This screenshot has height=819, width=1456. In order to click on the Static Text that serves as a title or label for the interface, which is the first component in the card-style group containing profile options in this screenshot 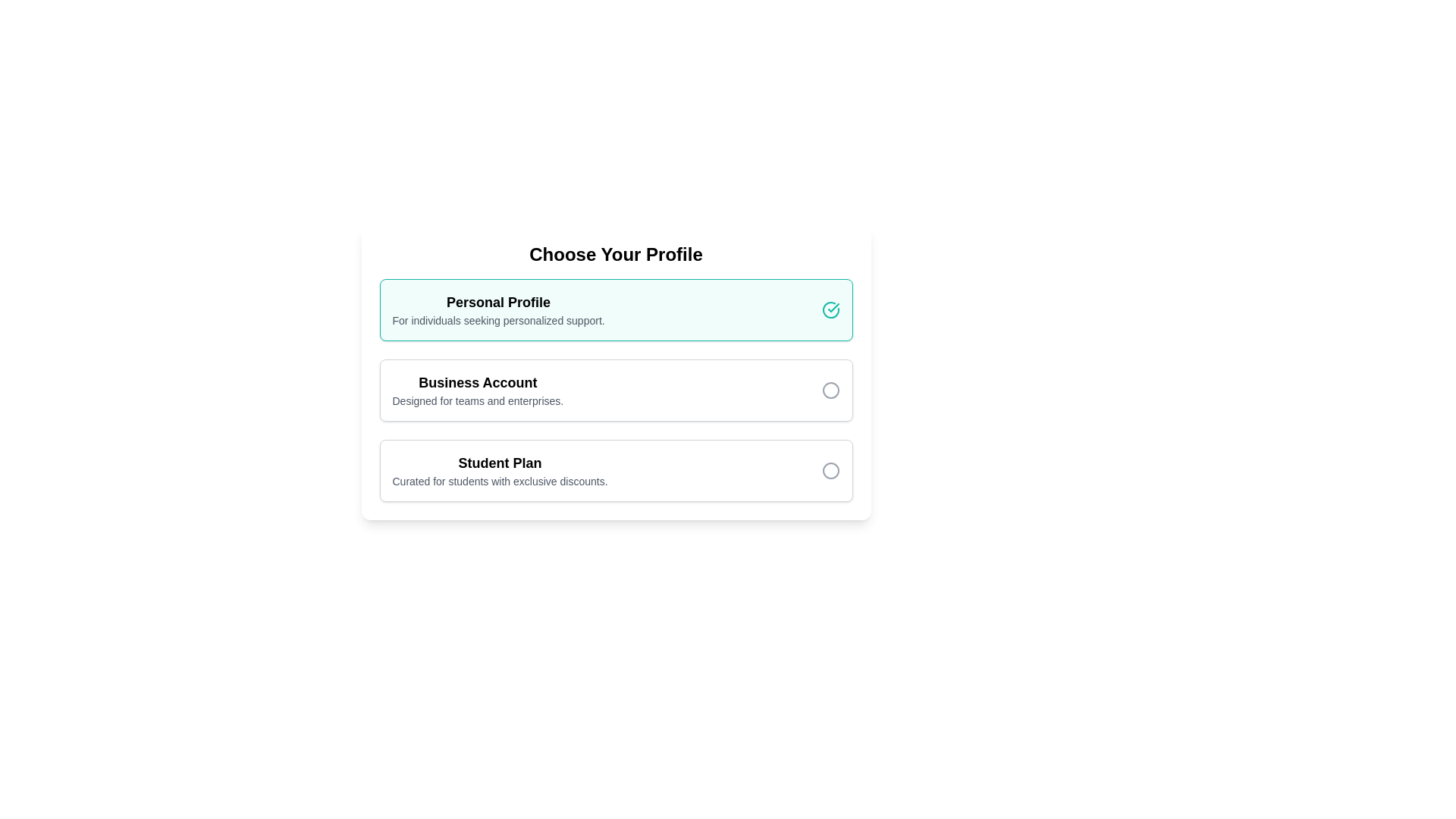, I will do `click(616, 253)`.